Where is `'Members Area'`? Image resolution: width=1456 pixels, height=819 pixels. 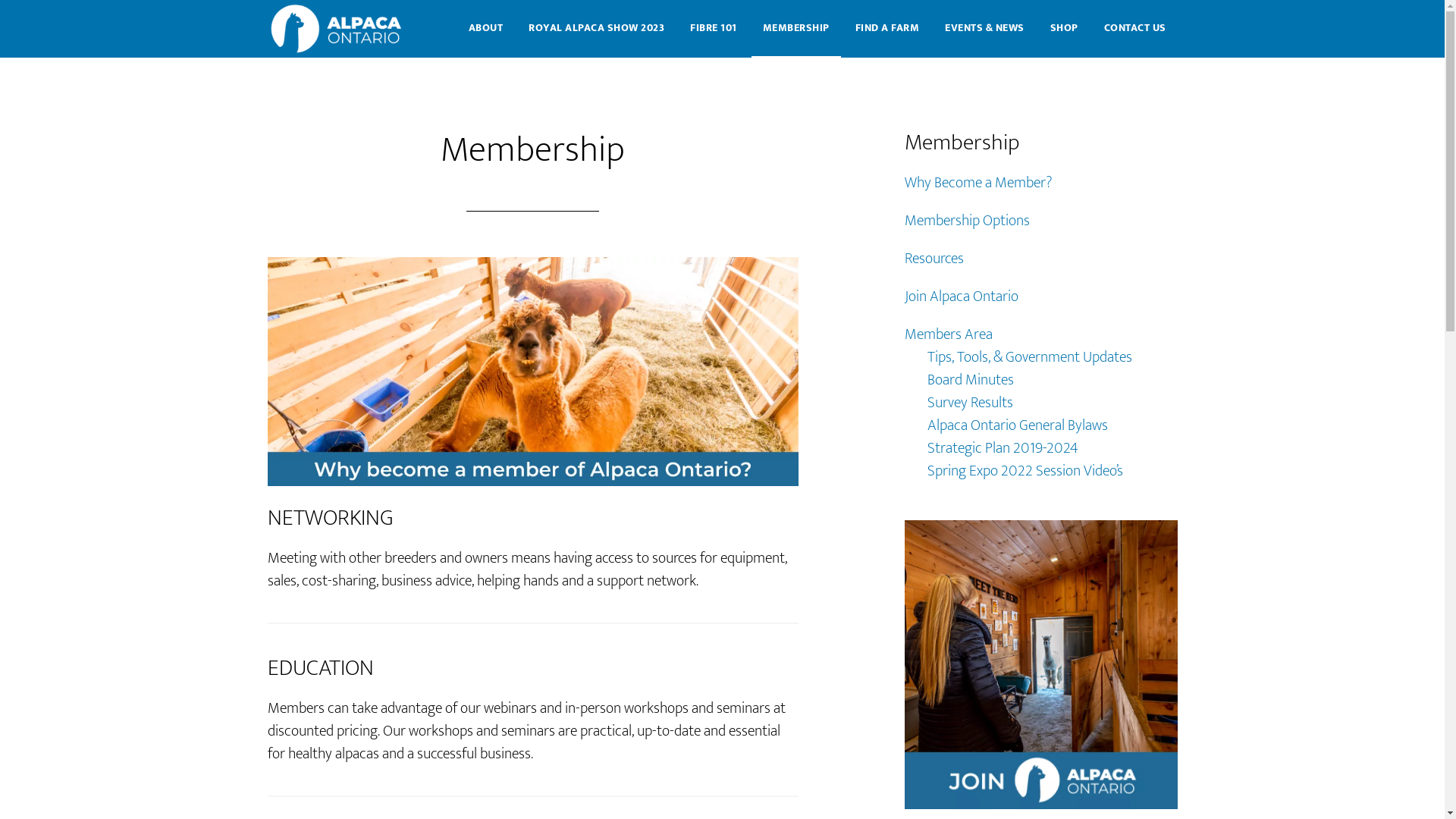
'Members Area' is located at coordinates (946, 333).